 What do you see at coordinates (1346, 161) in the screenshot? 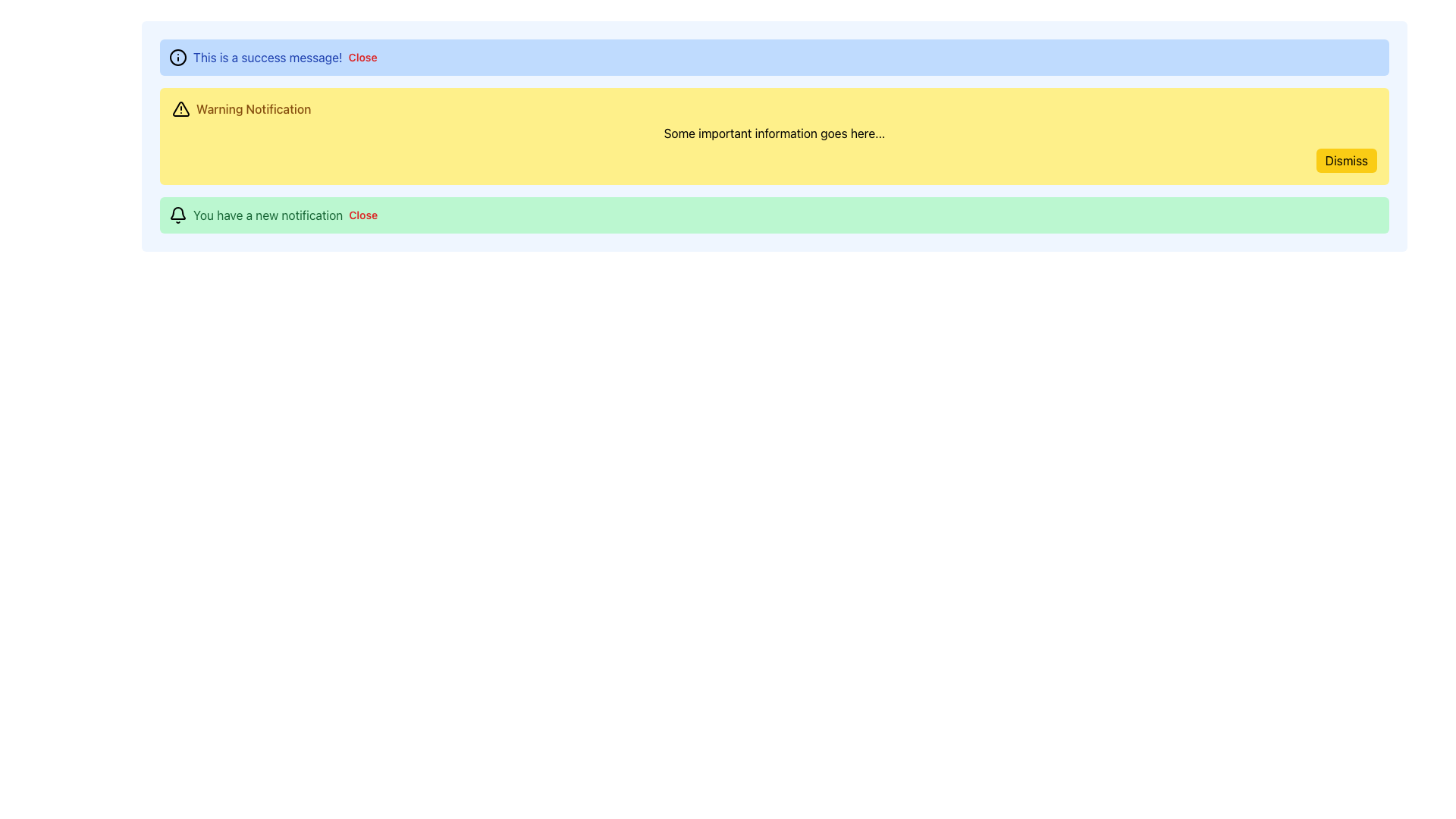
I see `the dismiss button located at the bottom-right corner of the yellow notification box` at bounding box center [1346, 161].